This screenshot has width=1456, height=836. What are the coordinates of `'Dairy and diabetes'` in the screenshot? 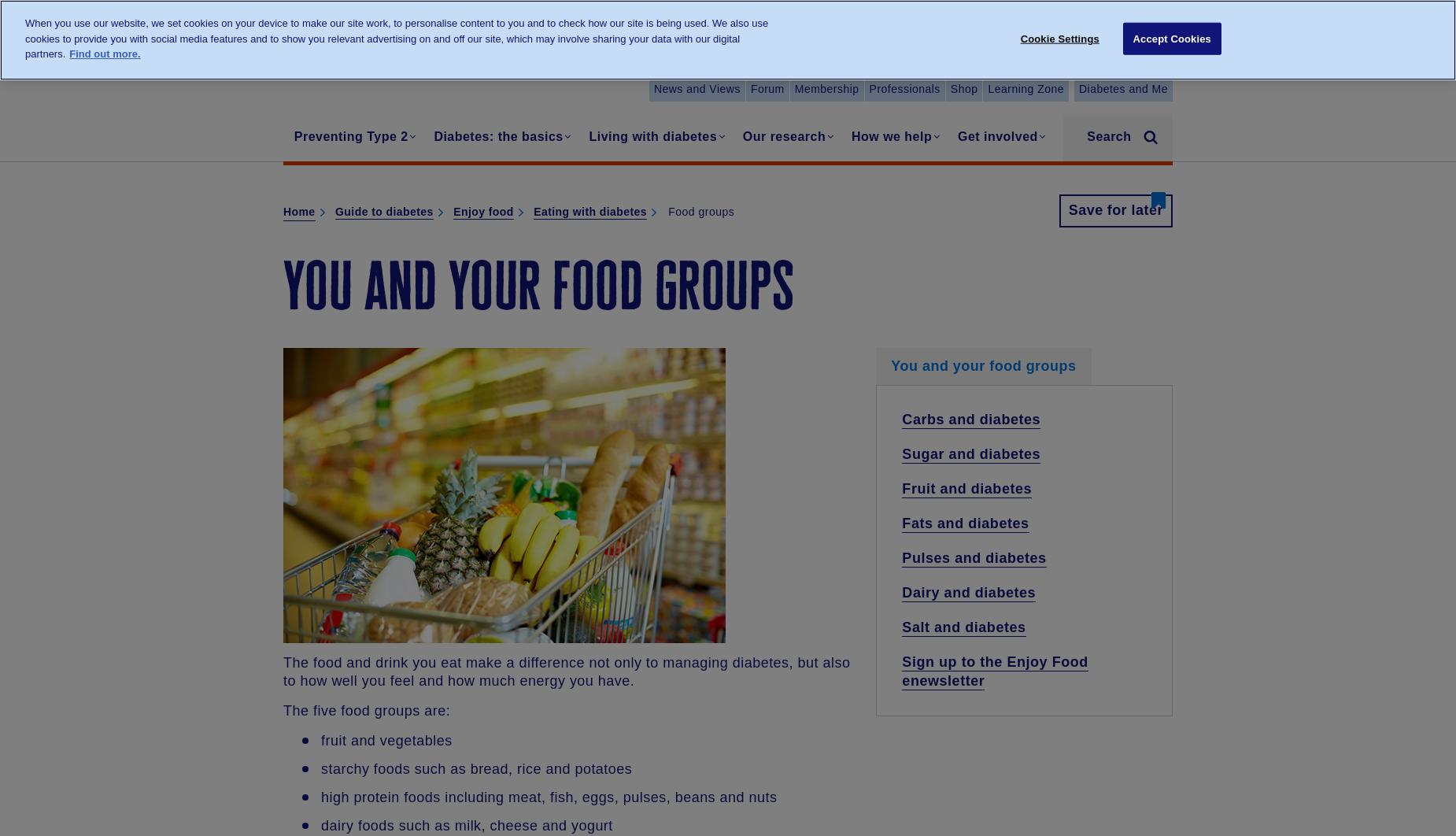 It's located at (967, 592).